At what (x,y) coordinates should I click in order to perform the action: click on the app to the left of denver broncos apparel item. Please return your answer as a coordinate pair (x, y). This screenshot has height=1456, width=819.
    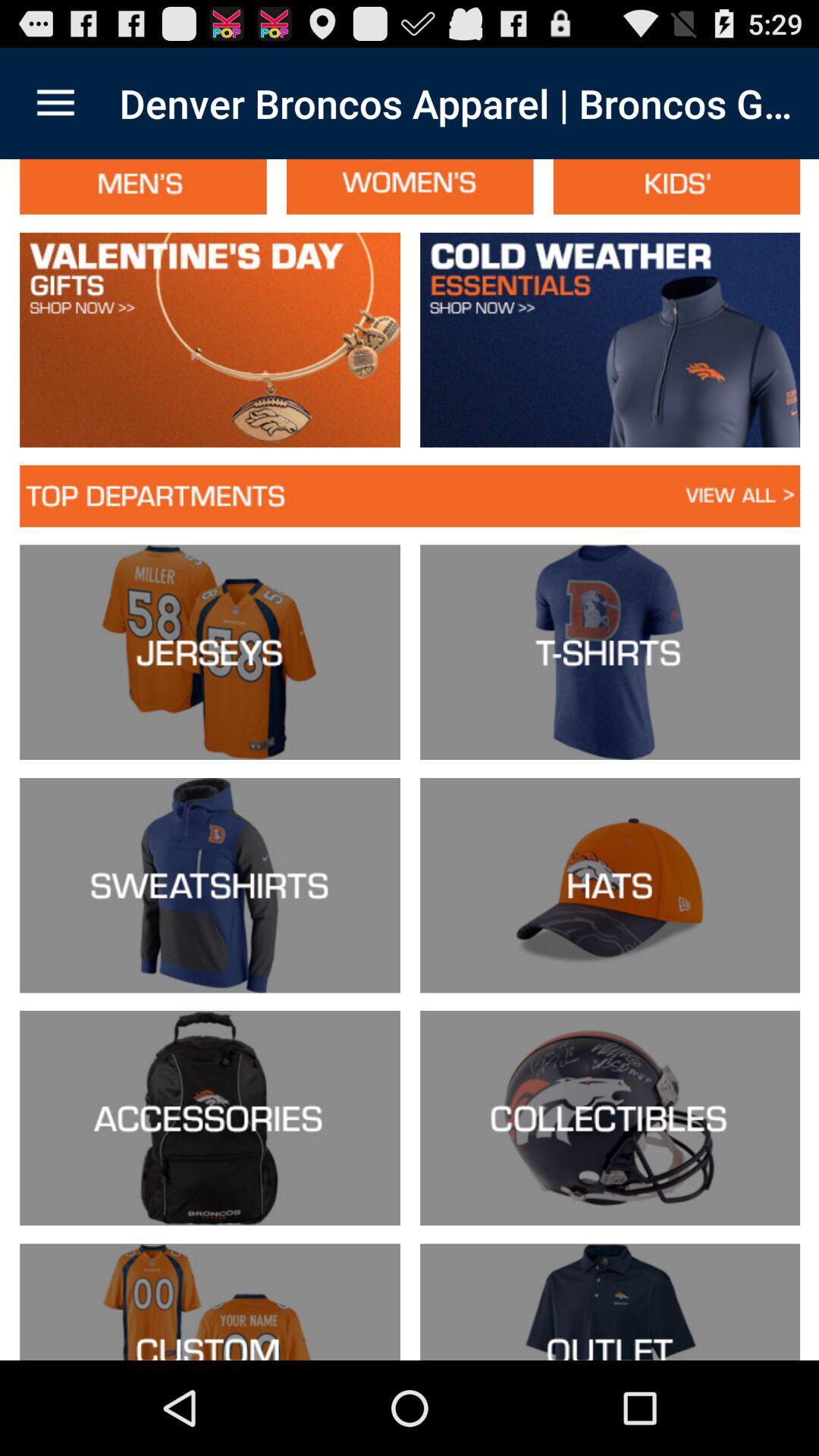
    Looking at the image, I should click on (55, 102).